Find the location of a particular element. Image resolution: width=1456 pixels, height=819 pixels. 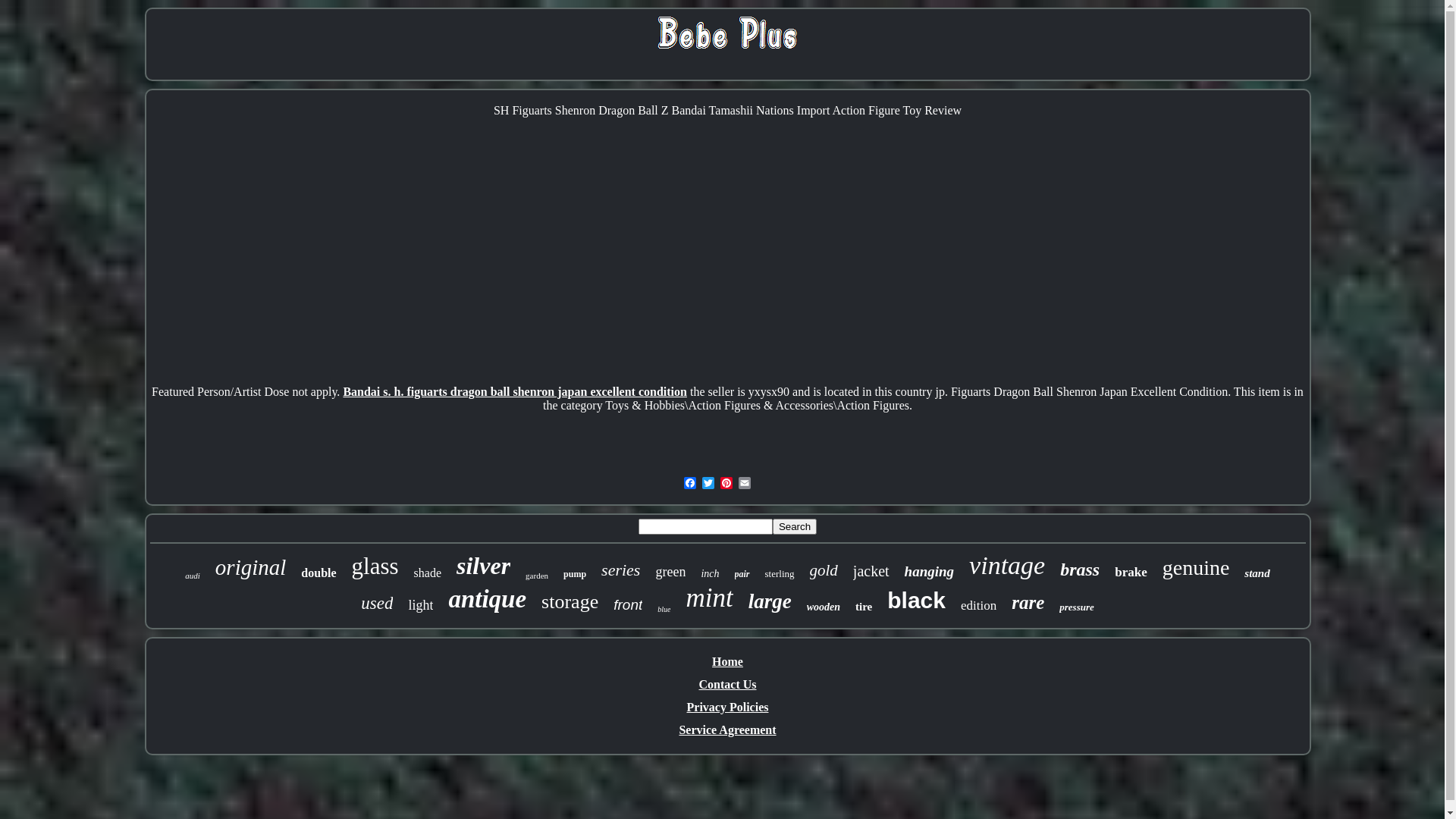

'brass' is located at coordinates (1059, 570).